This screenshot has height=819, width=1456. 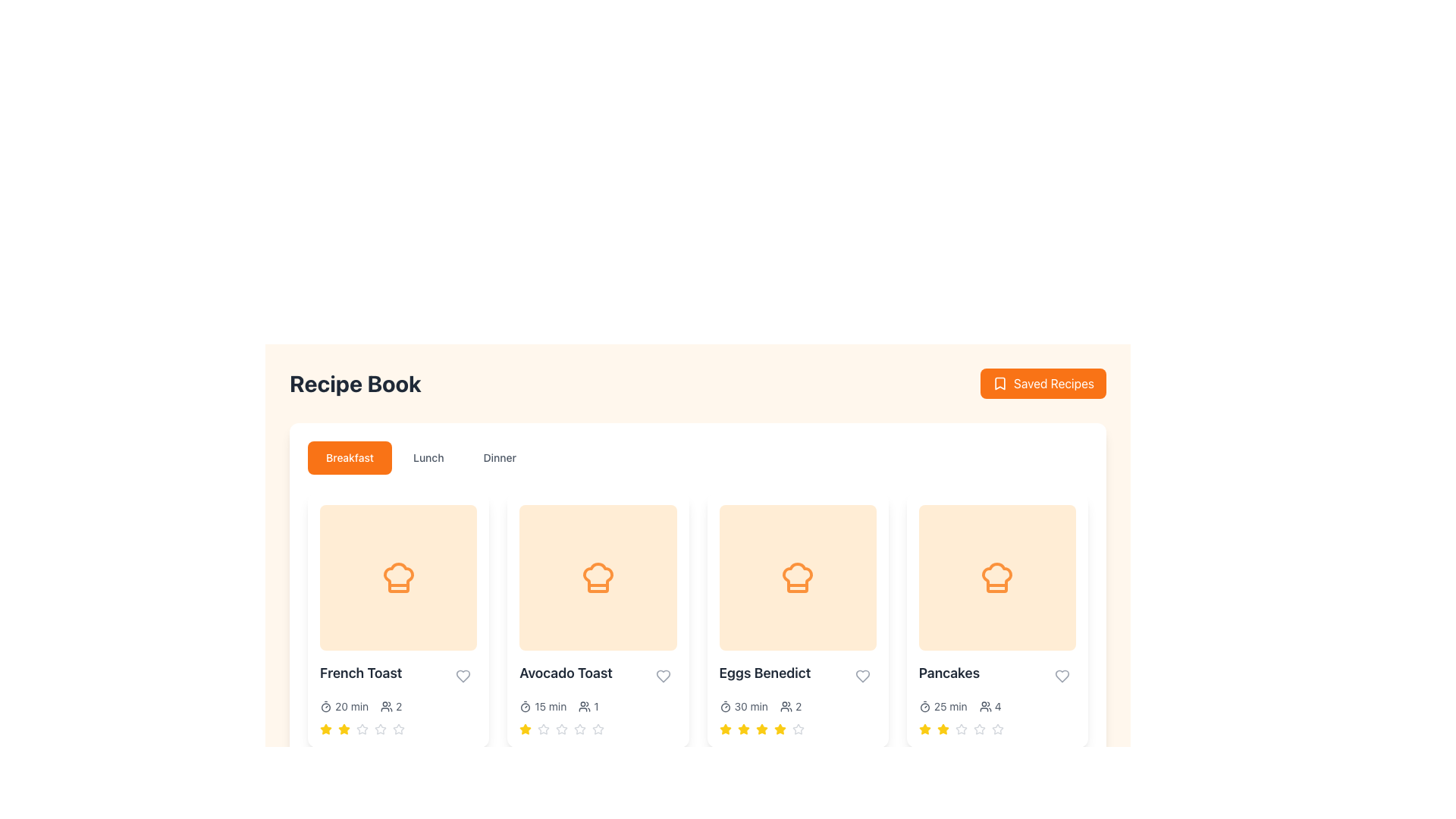 I want to click on the stylized orange chef hat icon located in the second card of the third row below the 'Recipe Book' header, so click(x=797, y=578).